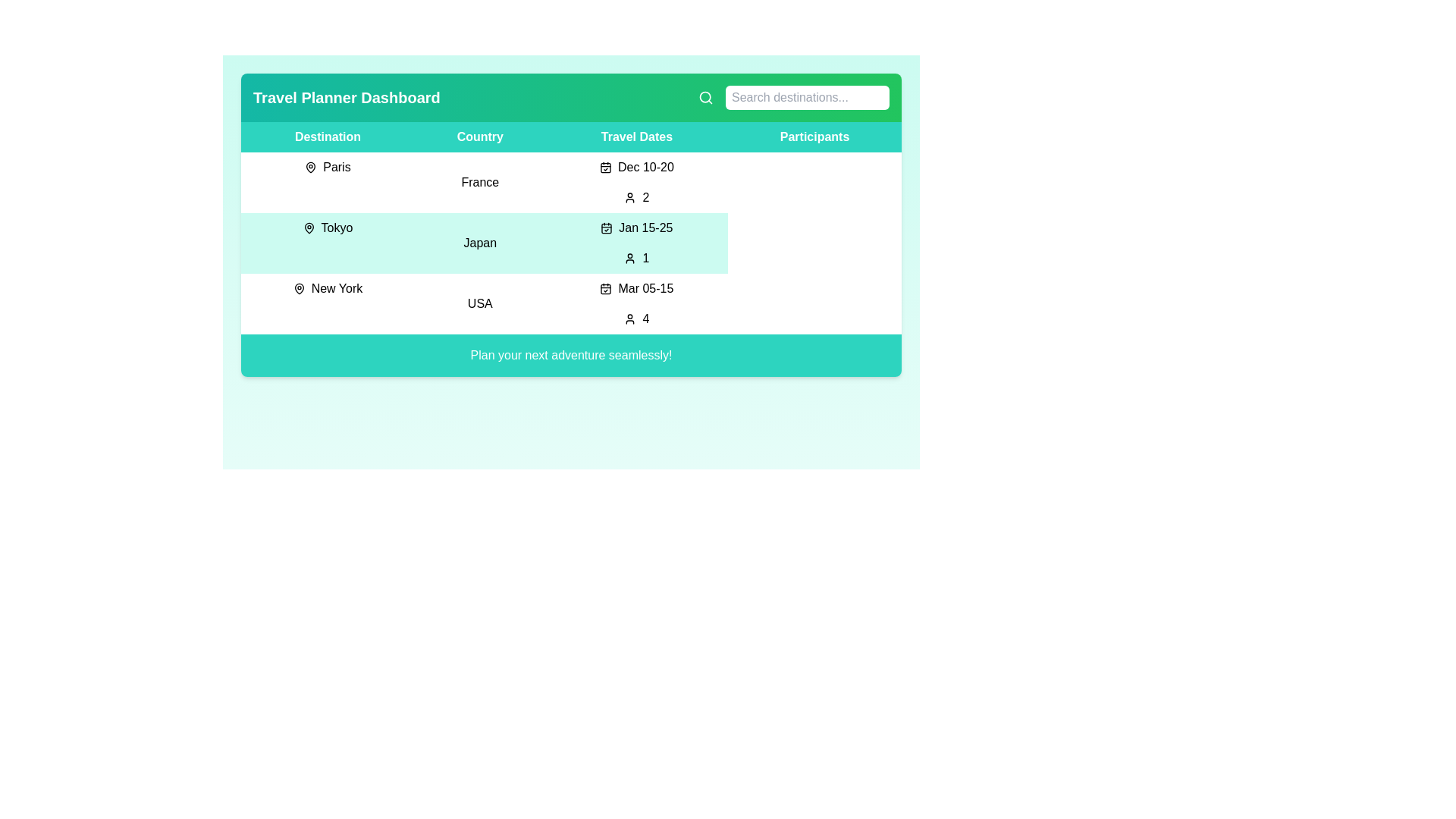 This screenshot has width=1456, height=819. I want to click on the first table row displaying travel information for 'Paris', 'France', 'Dec 10-20', and '2', which is the first row in the table structure, so click(570, 181).